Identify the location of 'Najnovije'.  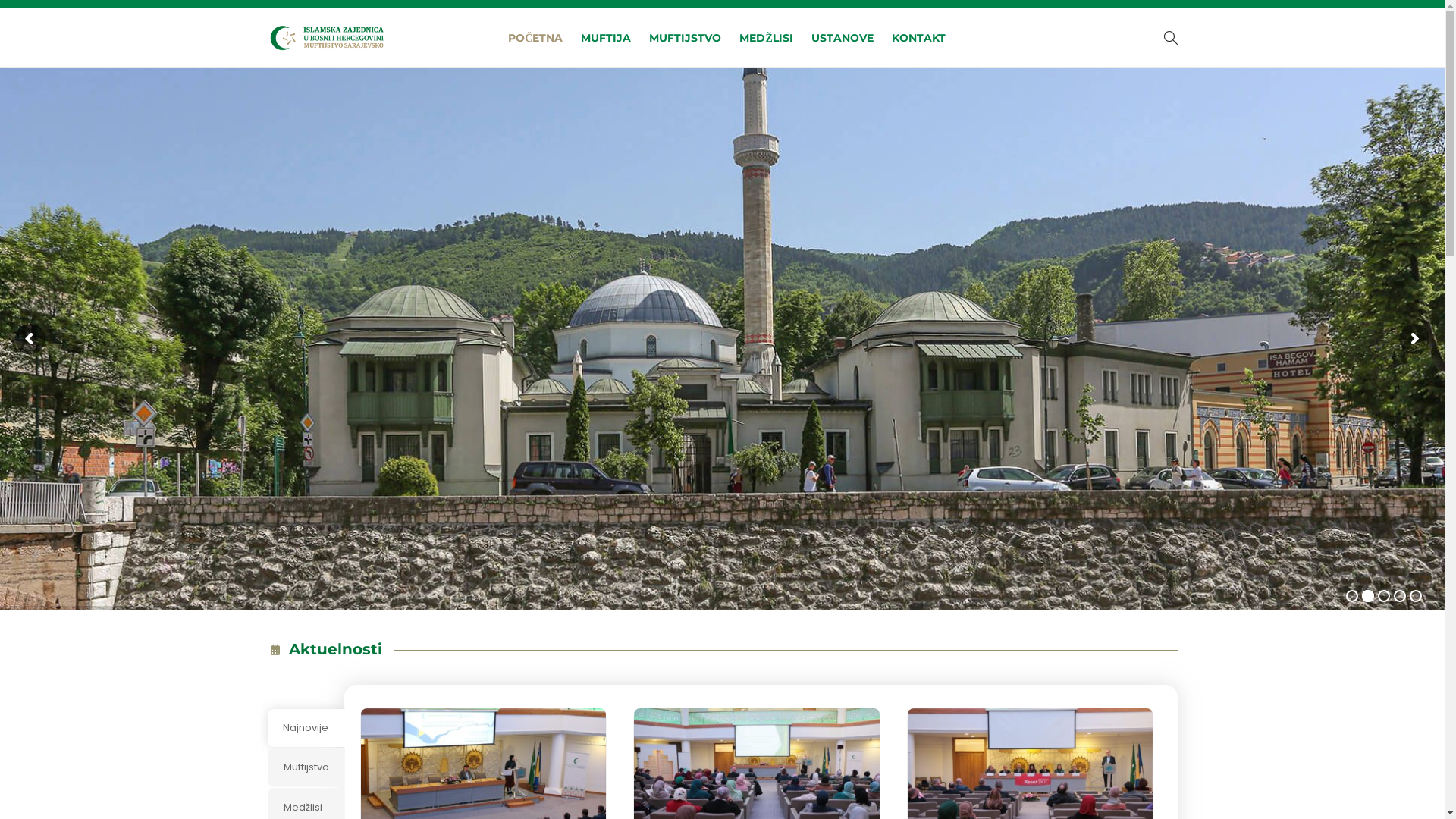
(305, 727).